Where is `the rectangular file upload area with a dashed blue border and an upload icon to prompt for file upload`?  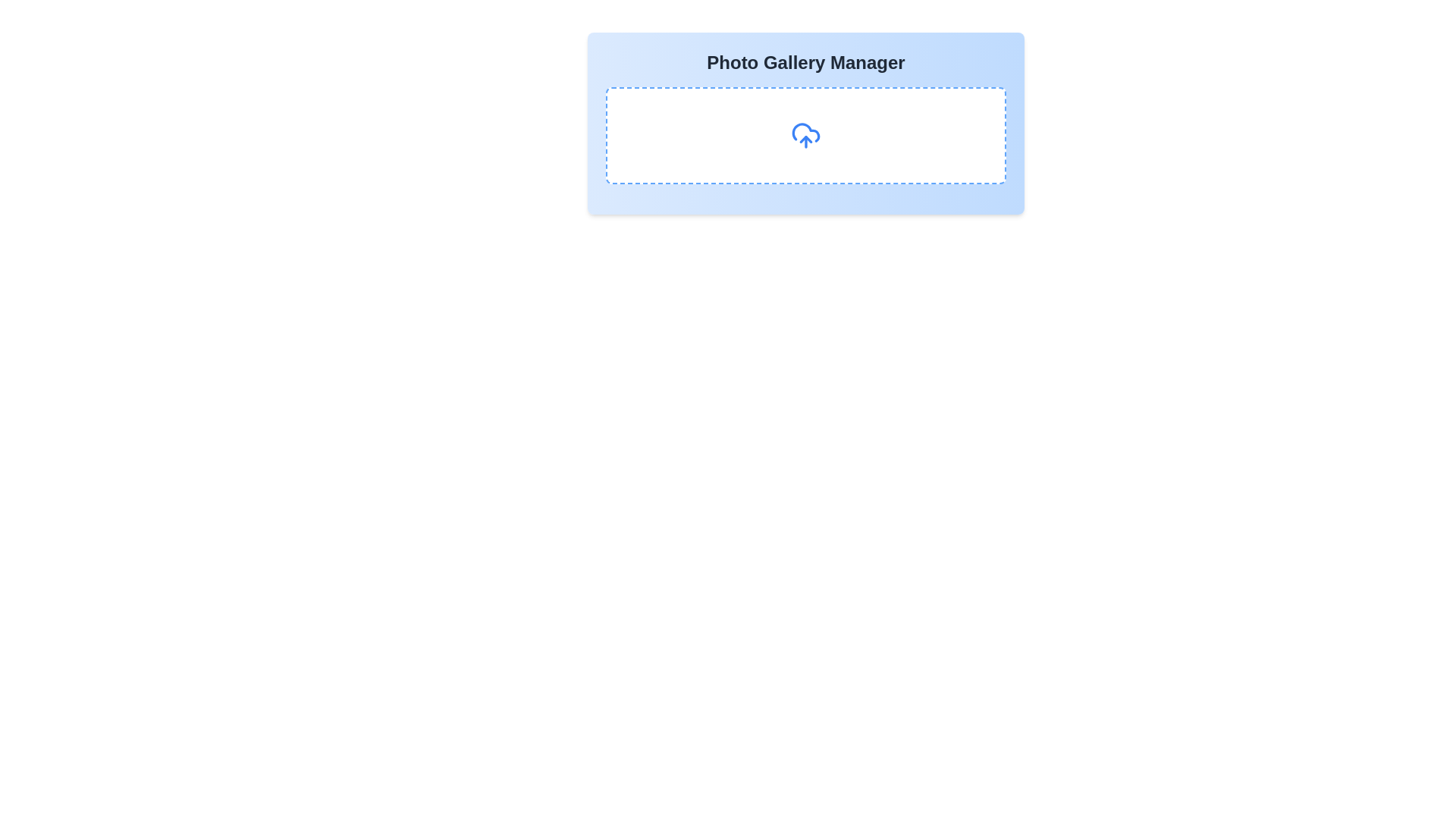
the rectangular file upload area with a dashed blue border and an upload icon to prompt for file upload is located at coordinates (805, 134).